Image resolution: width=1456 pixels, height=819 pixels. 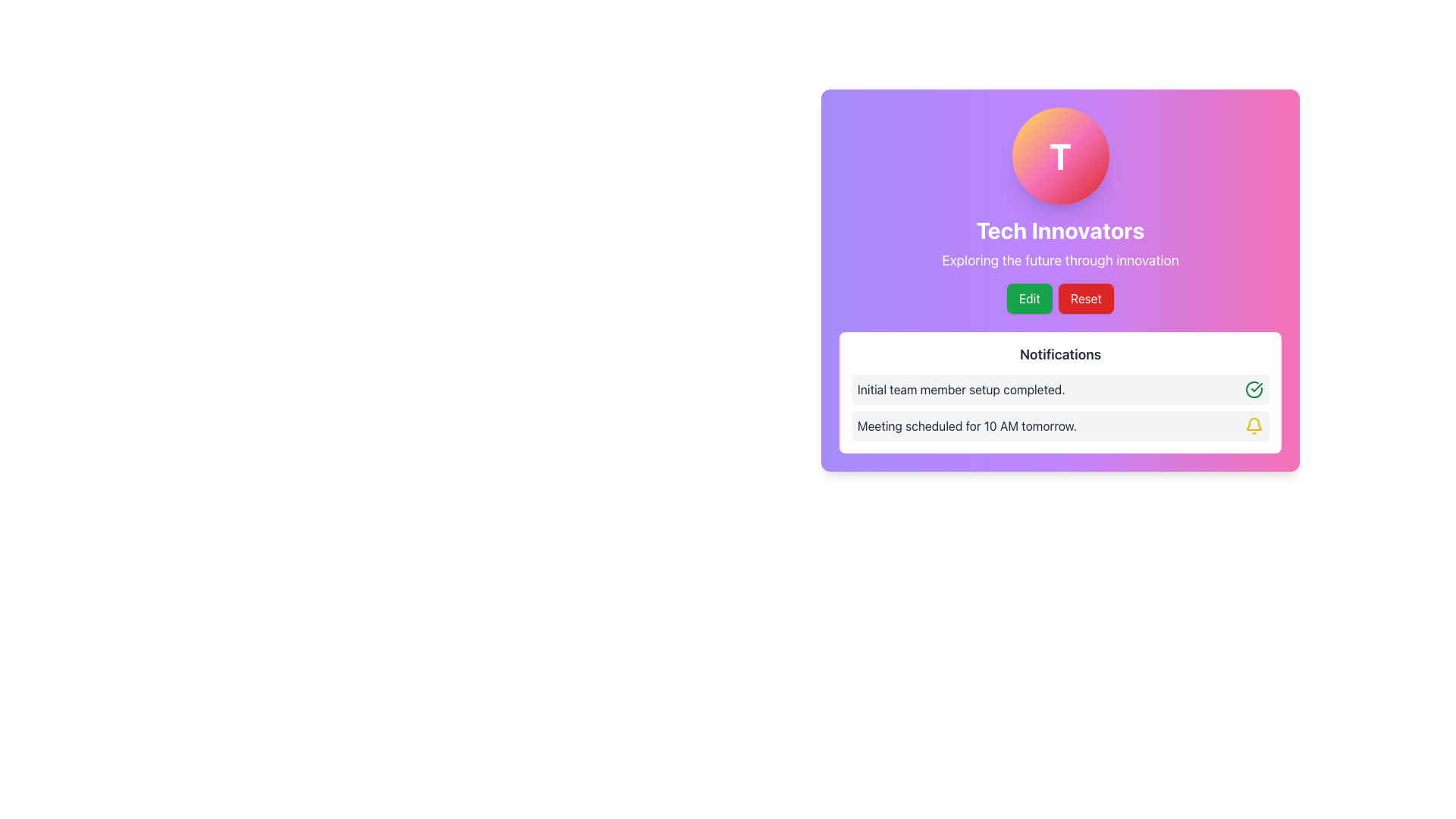 I want to click on the bell-shaped notification icon located at the bottom-right corner of the notification card that contains the text 'Meeting scheduled for 10 AM tomorrow.', so click(x=1254, y=426).